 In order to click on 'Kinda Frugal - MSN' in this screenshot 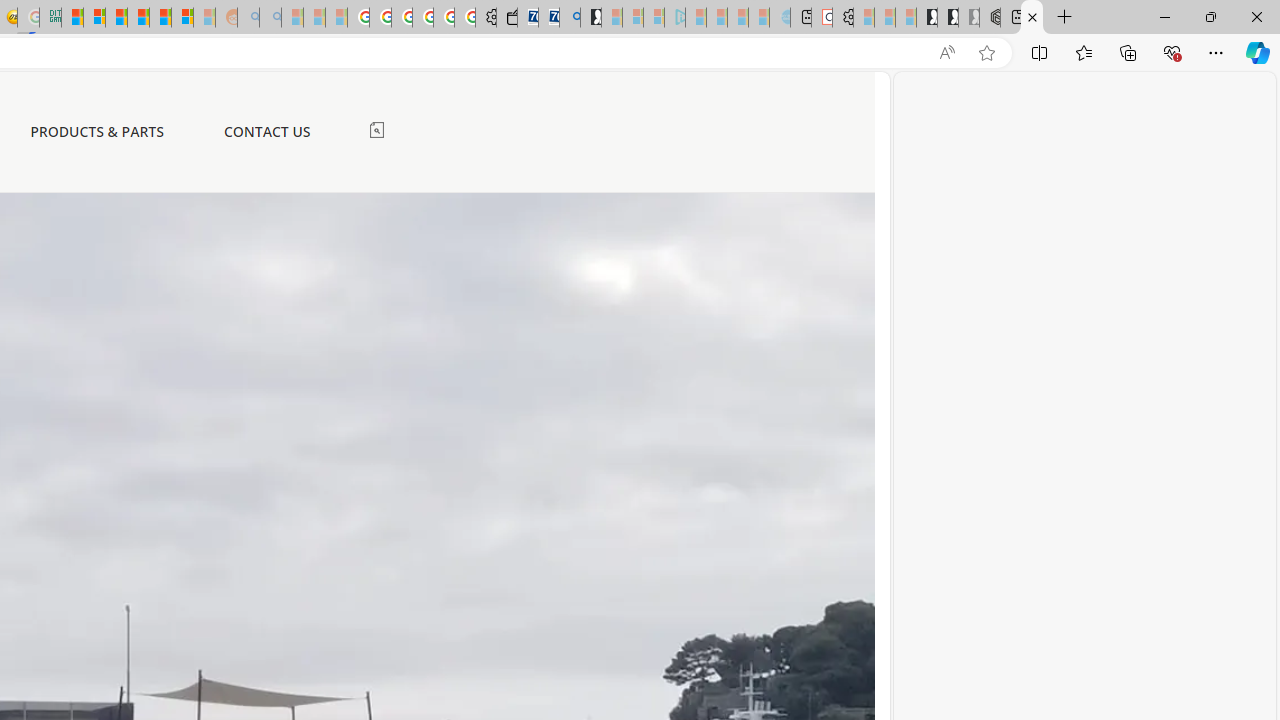, I will do `click(160, 17)`.